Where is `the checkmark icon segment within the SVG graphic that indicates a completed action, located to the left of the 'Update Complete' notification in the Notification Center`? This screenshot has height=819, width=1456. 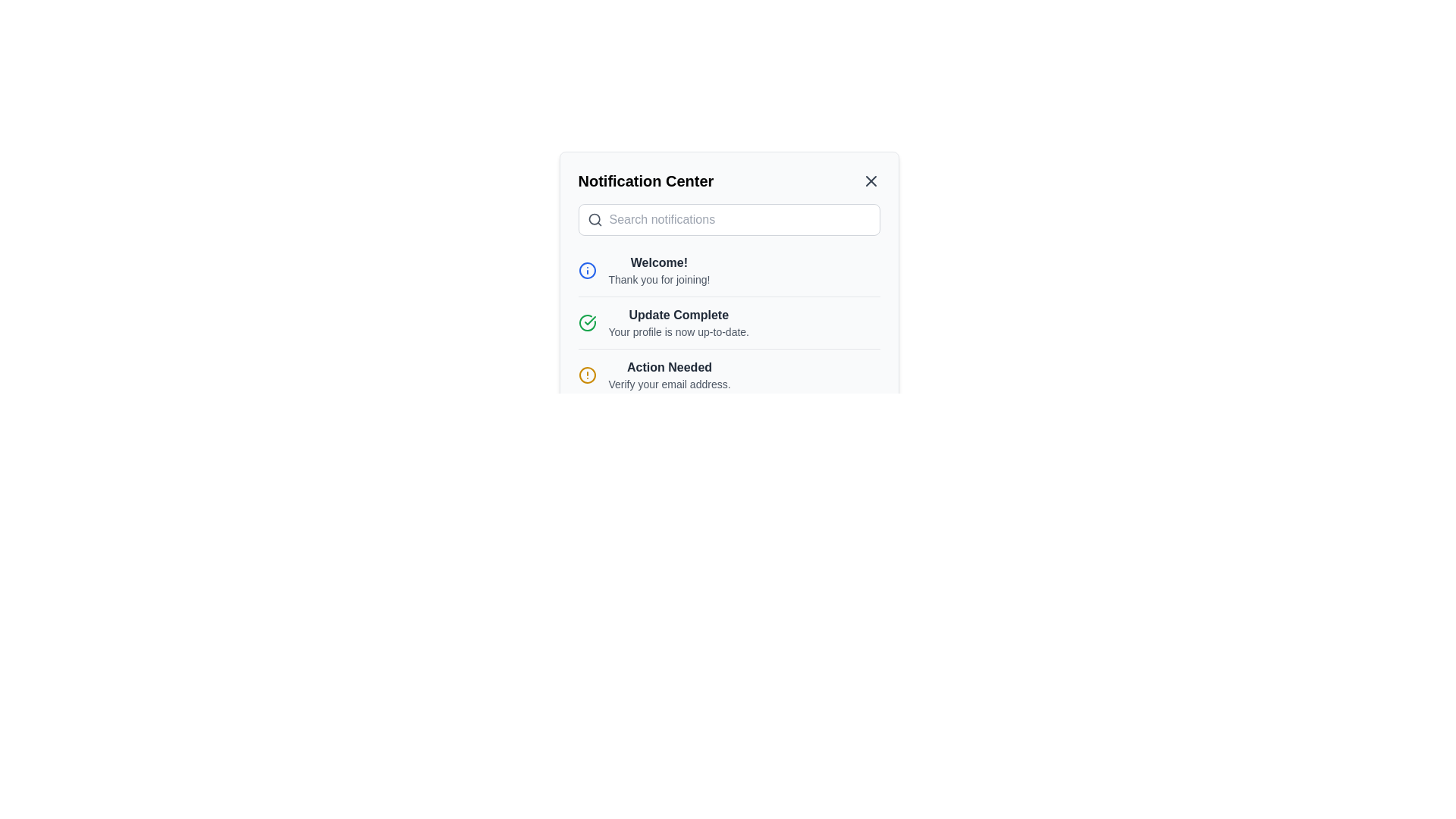 the checkmark icon segment within the SVG graphic that indicates a completed action, located to the left of the 'Update Complete' notification in the Notification Center is located at coordinates (588, 320).